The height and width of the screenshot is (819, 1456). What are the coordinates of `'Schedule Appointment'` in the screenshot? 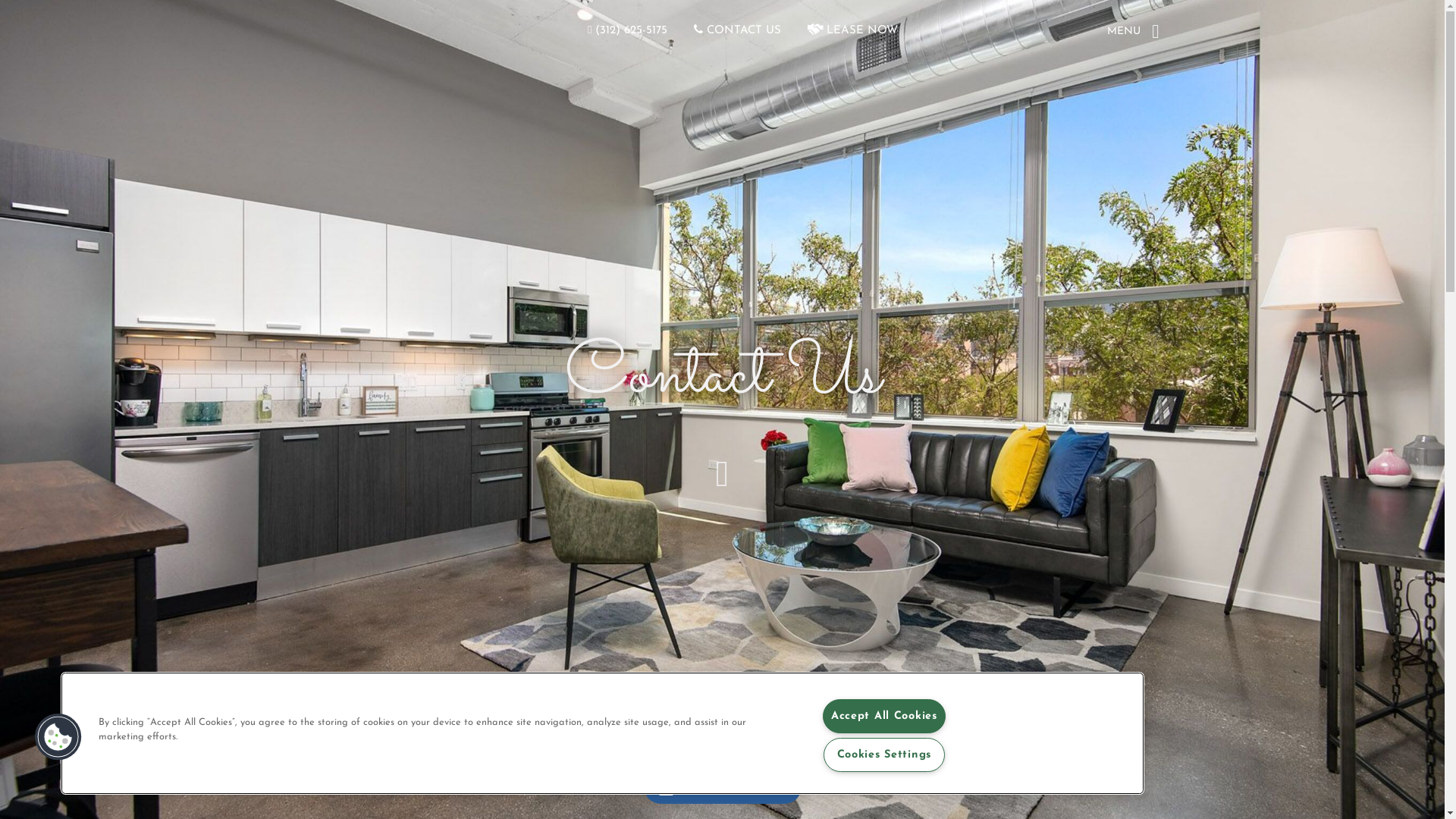 It's located at (643, 786).